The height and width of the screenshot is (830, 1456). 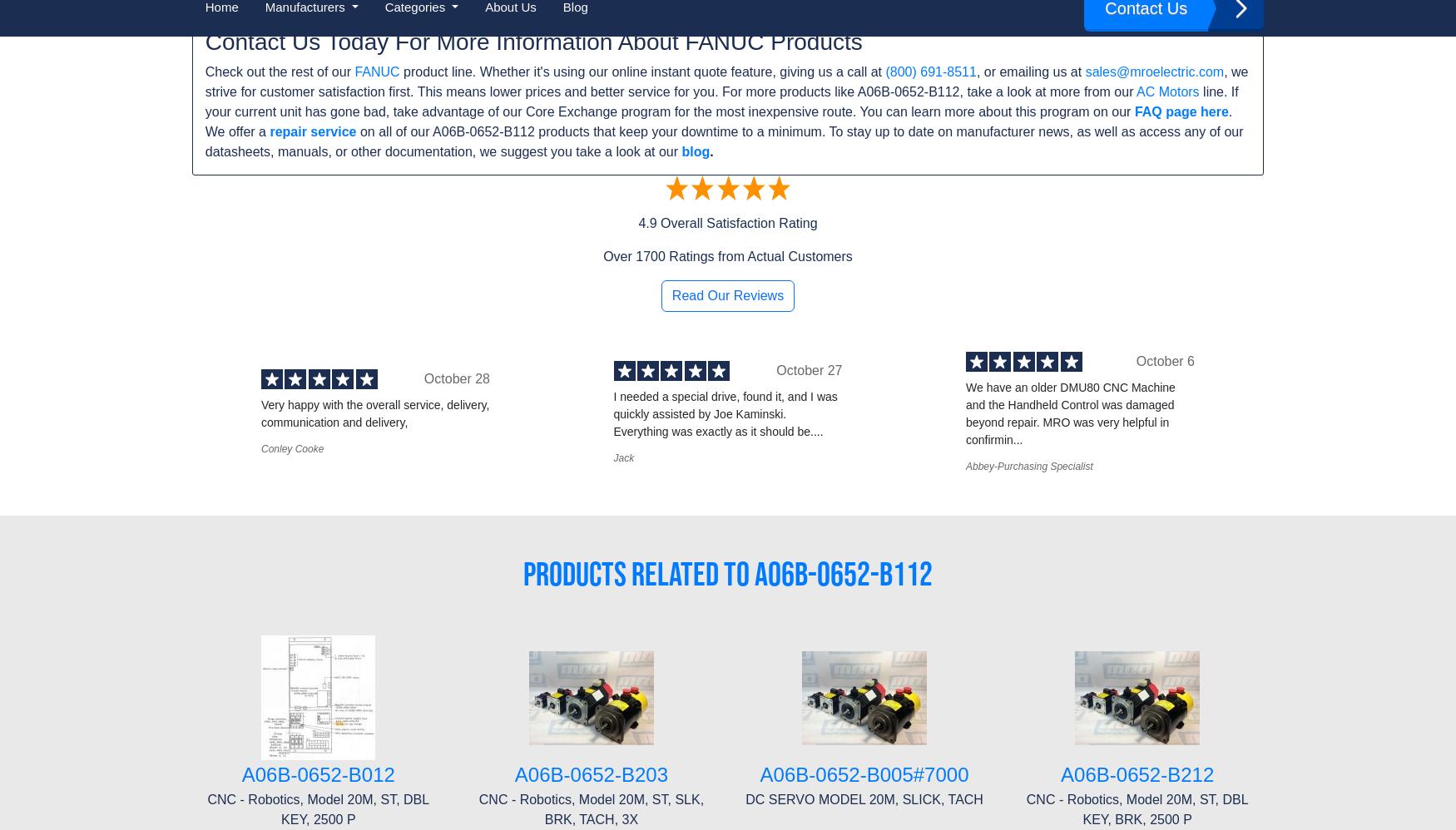 I want to click on 'FAQ', so click(x=205, y=635).